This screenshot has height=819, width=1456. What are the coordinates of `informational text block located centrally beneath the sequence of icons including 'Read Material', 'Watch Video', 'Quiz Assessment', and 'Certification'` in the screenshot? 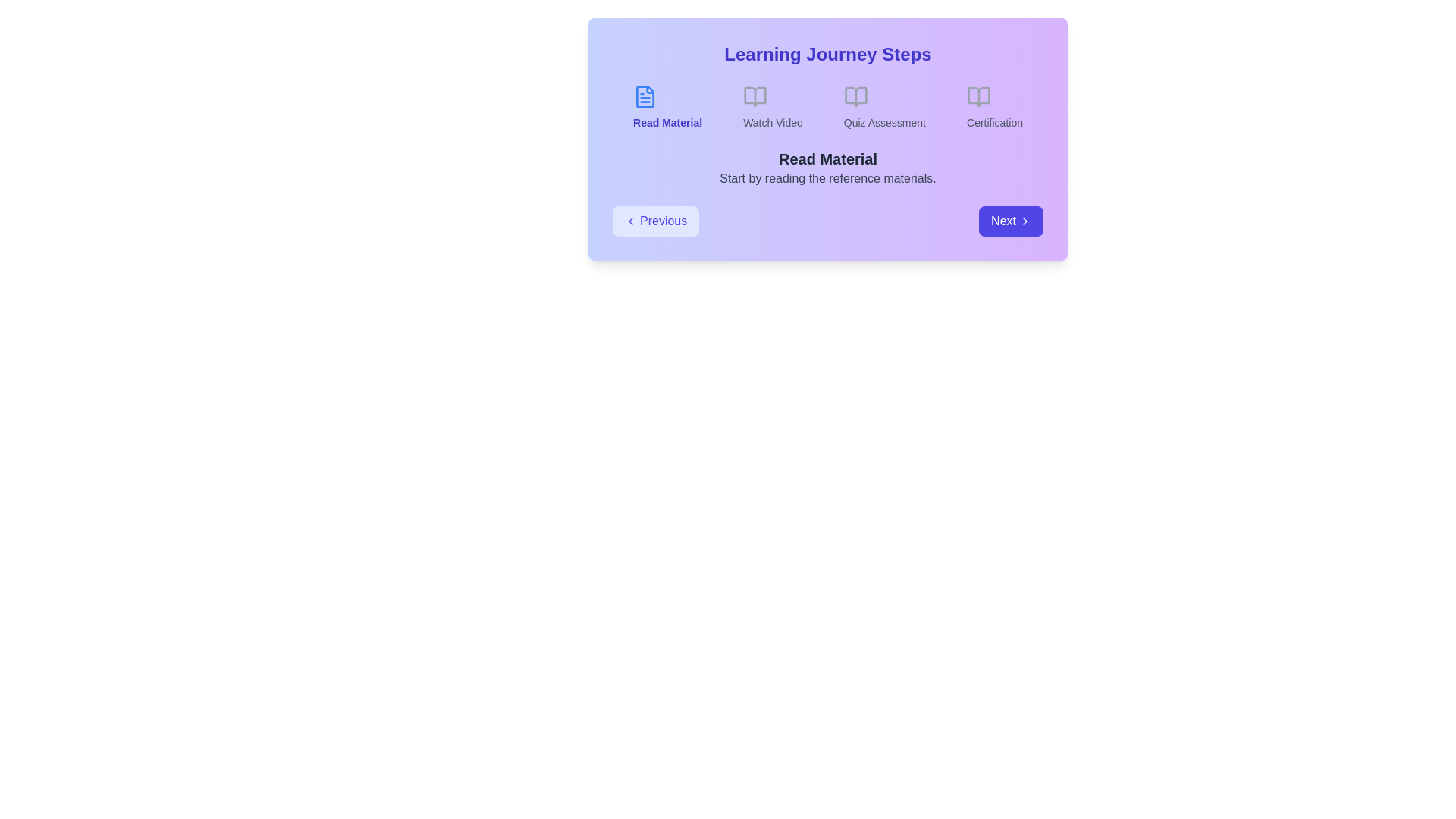 It's located at (827, 168).